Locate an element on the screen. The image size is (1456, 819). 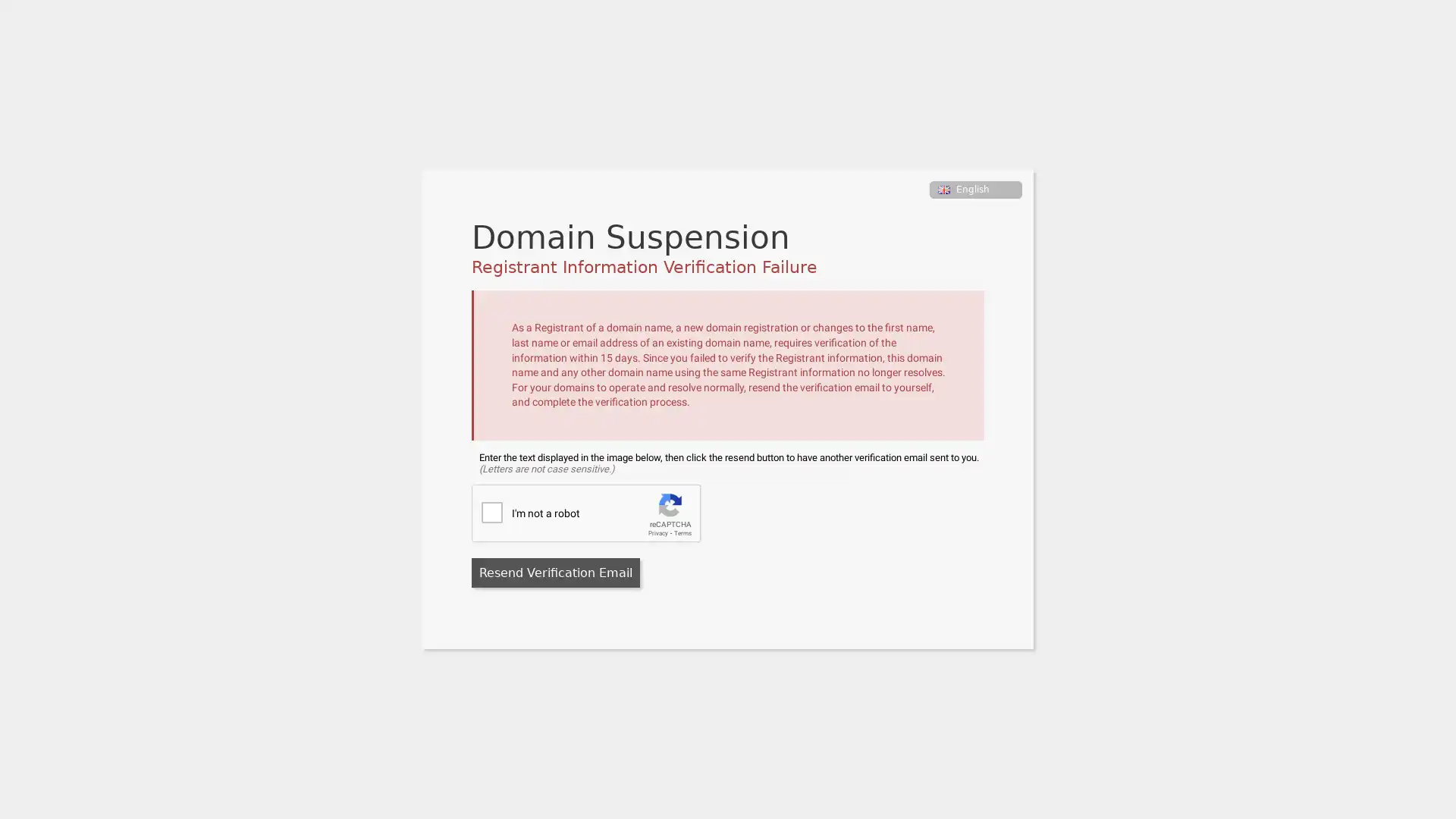
Resend Verification Email is located at coordinates (555, 572).